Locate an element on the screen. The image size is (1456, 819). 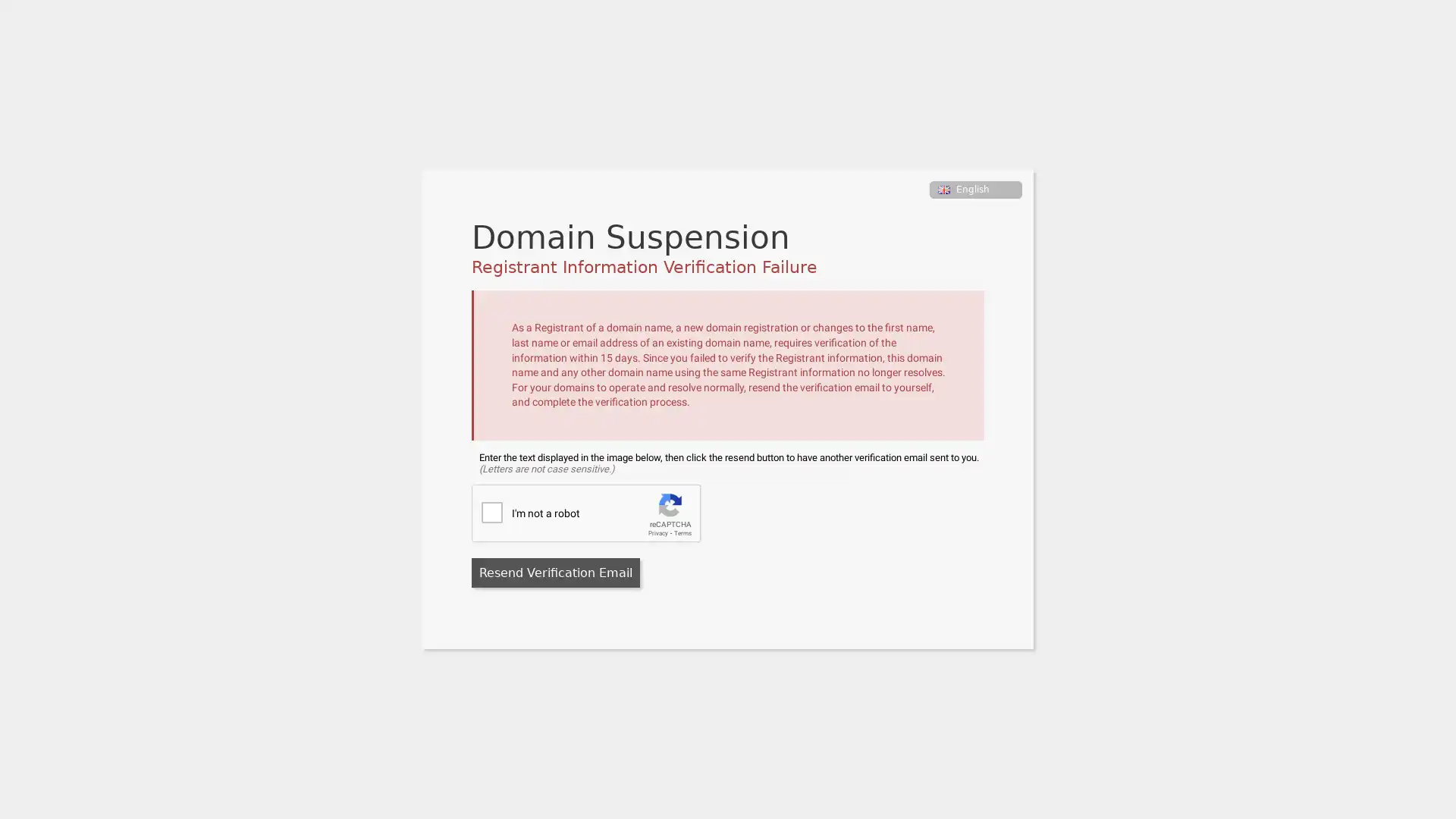
Resend Verification Email is located at coordinates (555, 572).